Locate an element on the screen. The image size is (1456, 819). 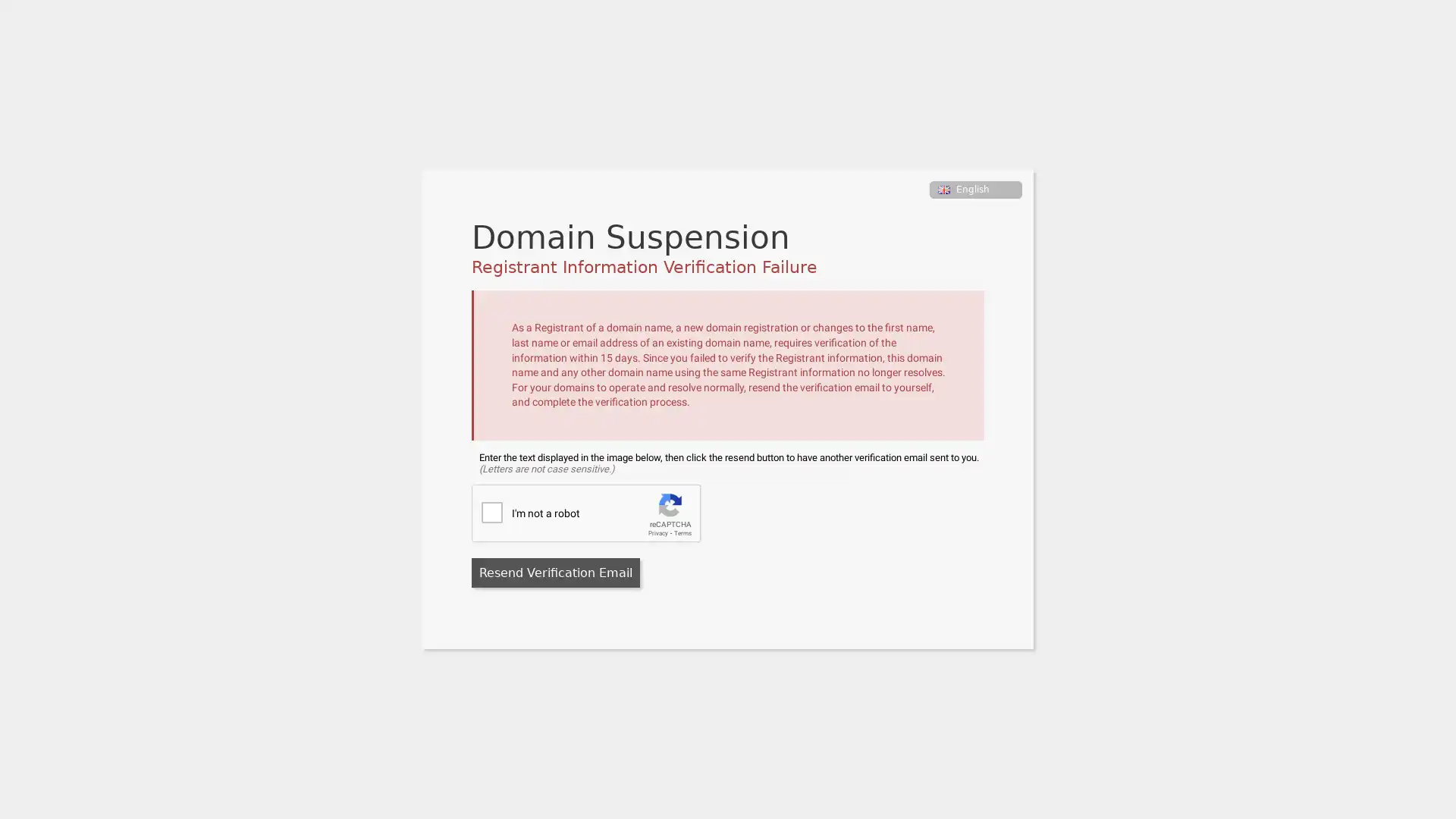
Resend Verification Email is located at coordinates (555, 572).